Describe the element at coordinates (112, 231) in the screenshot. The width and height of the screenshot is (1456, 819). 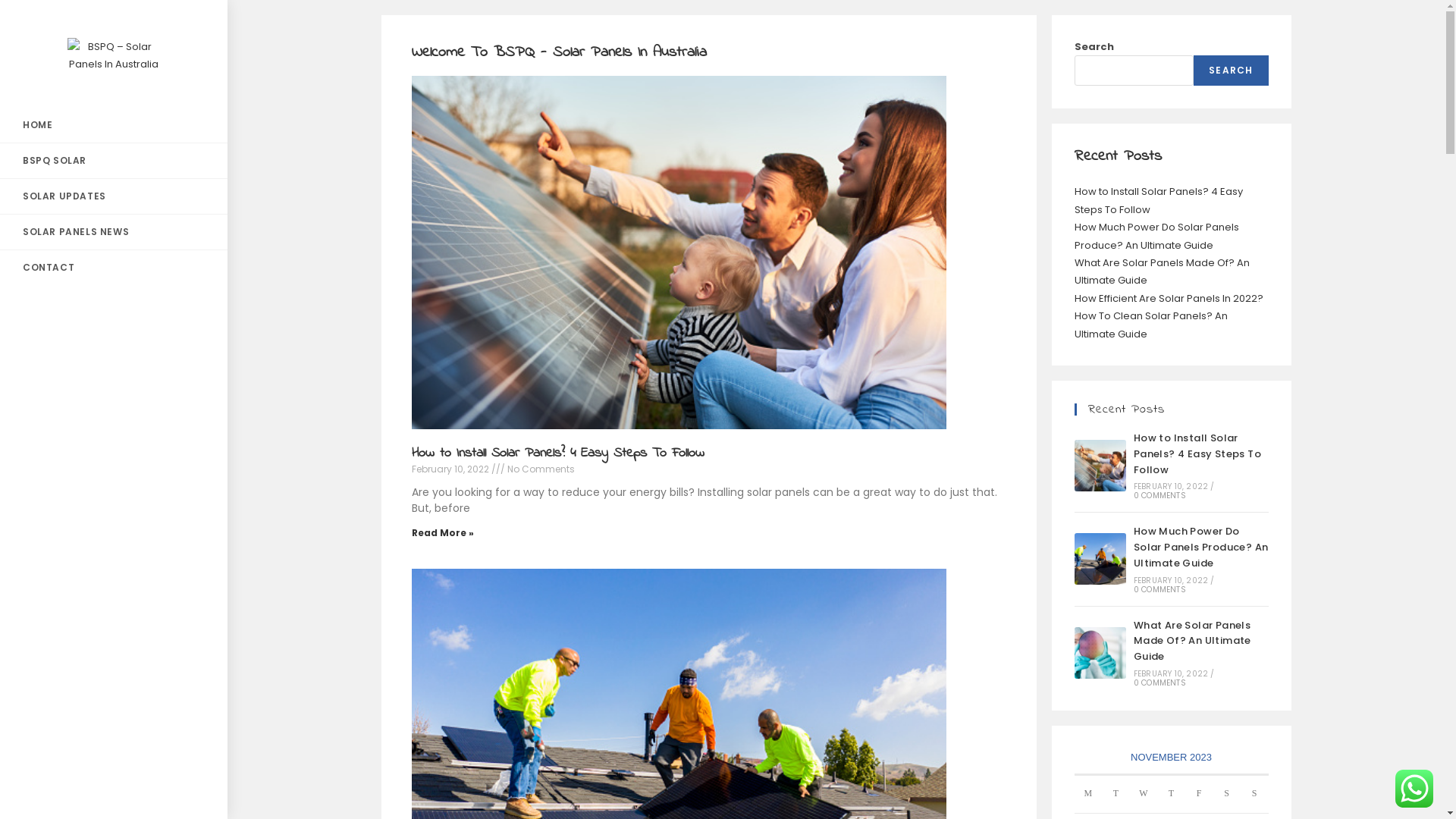
I see `'SOLAR PANELS NEWS'` at that location.